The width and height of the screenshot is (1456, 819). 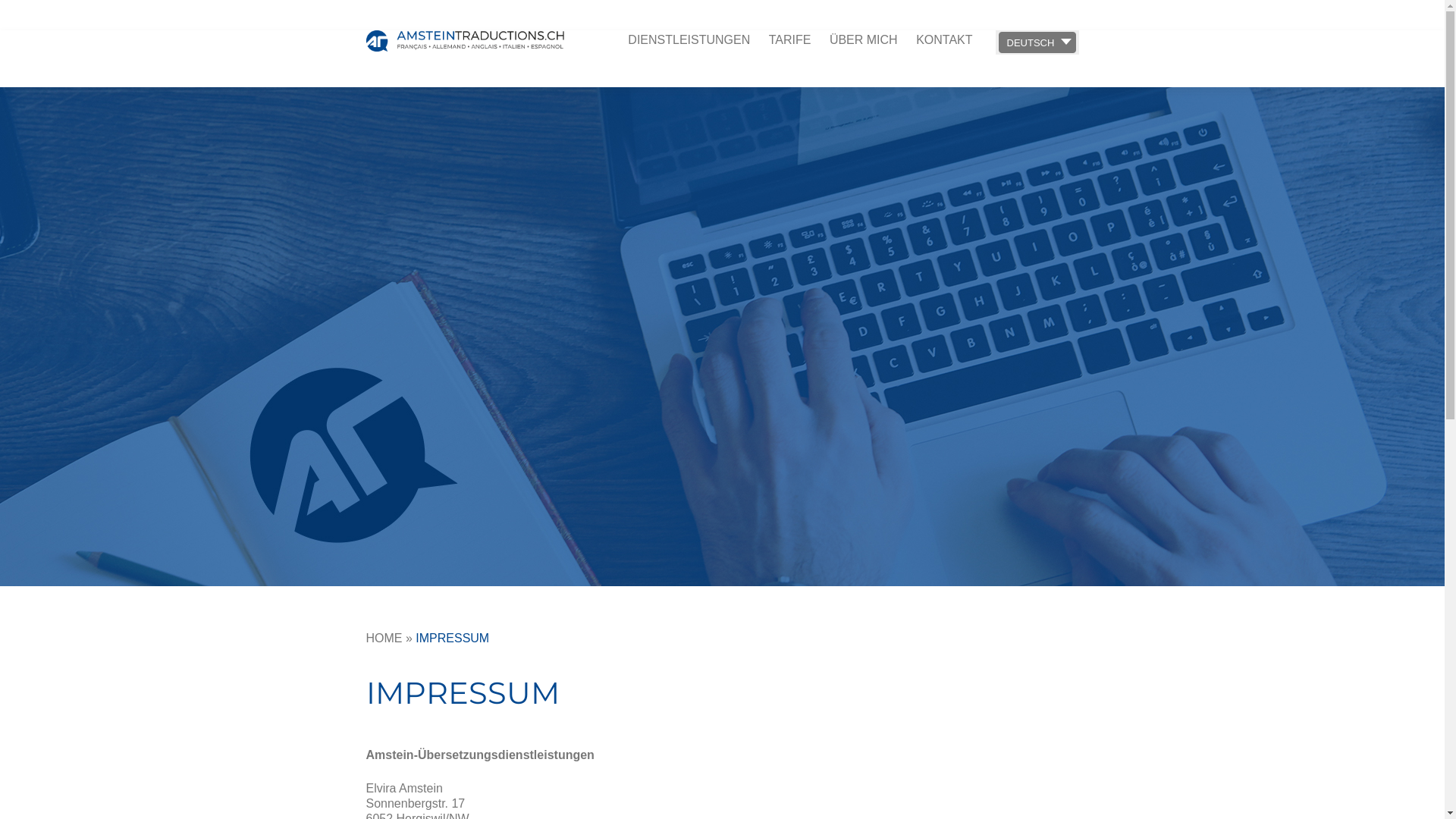 I want to click on 'DEUTSCH', so click(x=1036, y=42).